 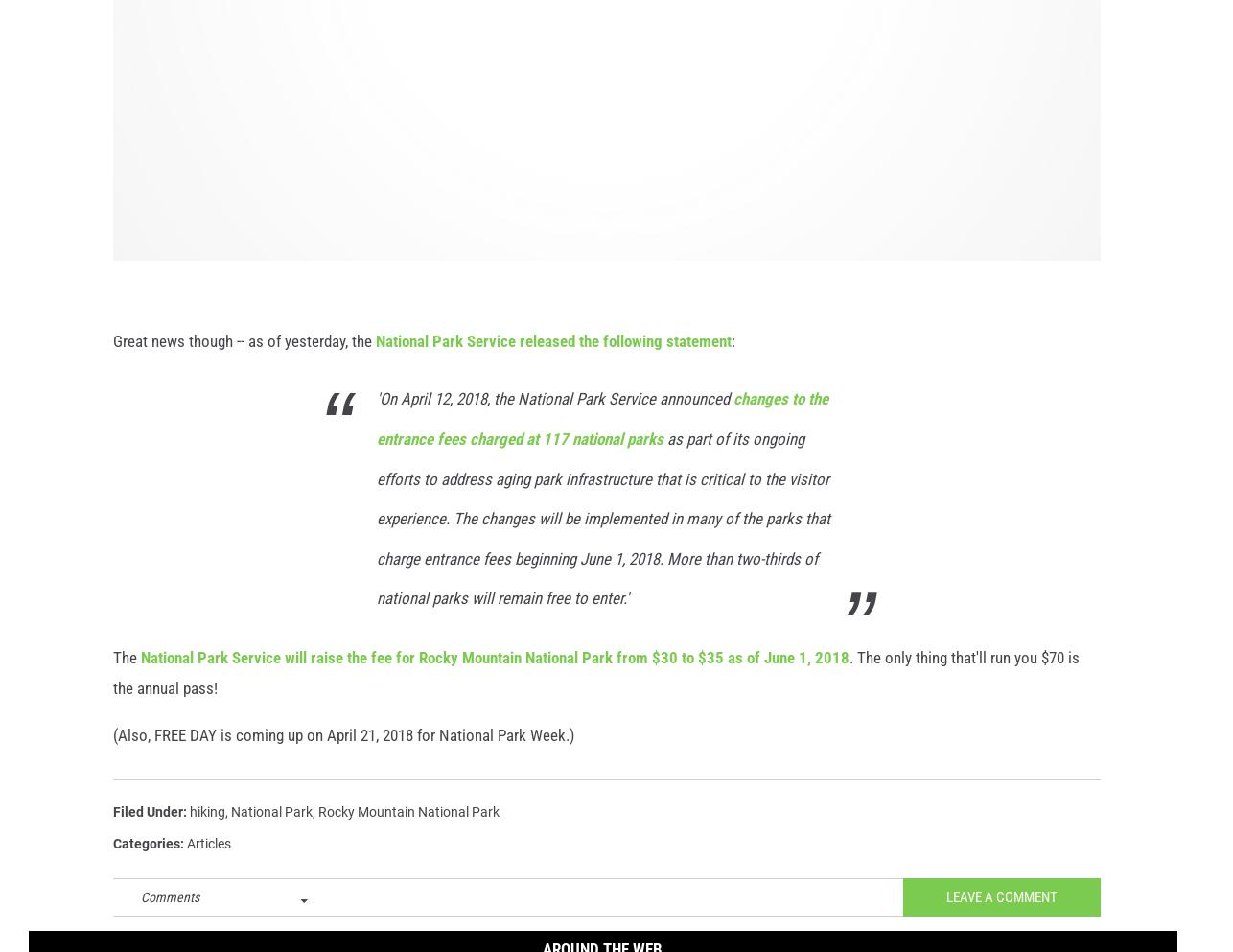 I want to click on 'Filed Under', so click(x=113, y=831).